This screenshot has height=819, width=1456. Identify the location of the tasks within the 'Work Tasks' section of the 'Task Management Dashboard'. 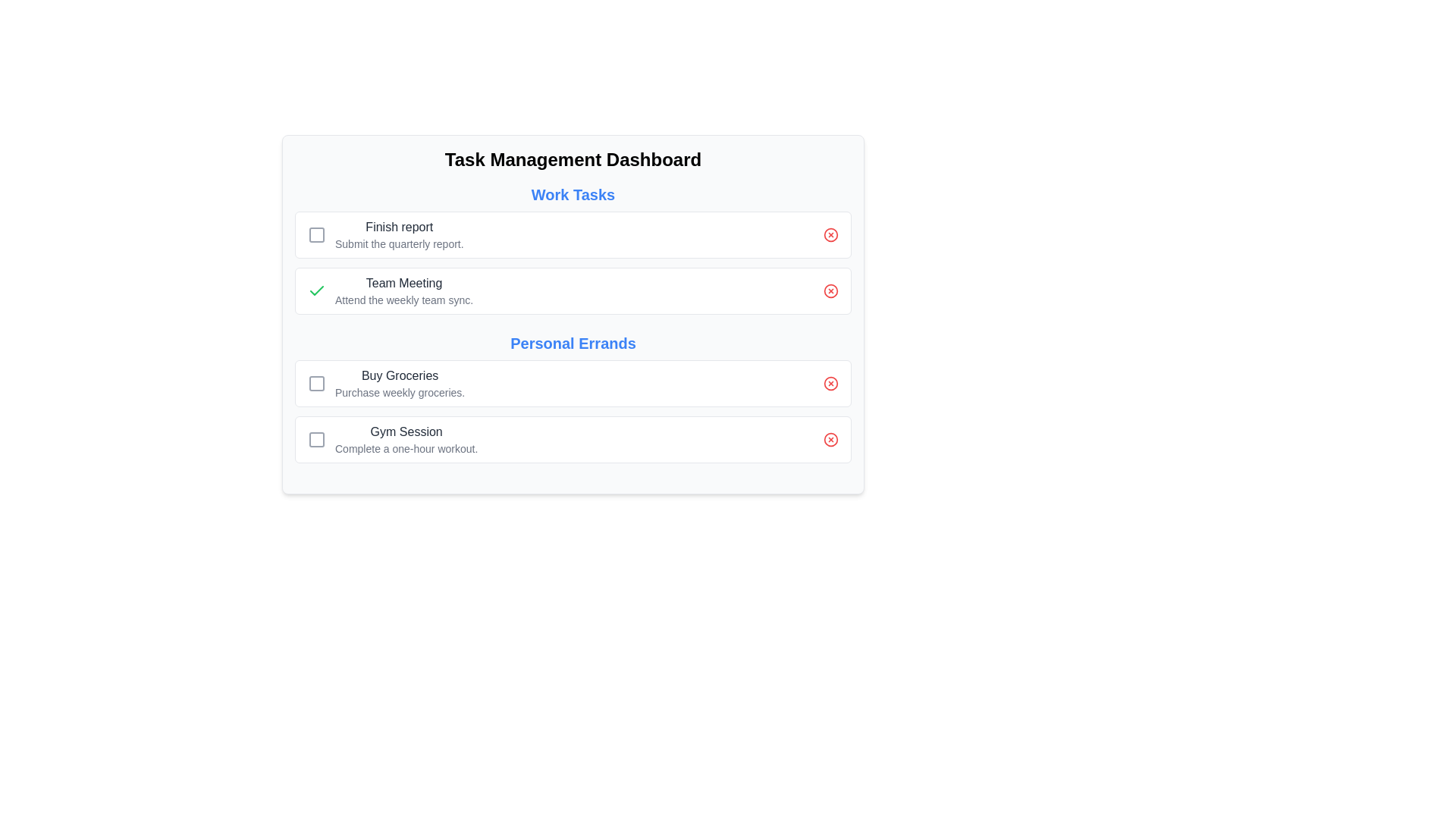
(572, 248).